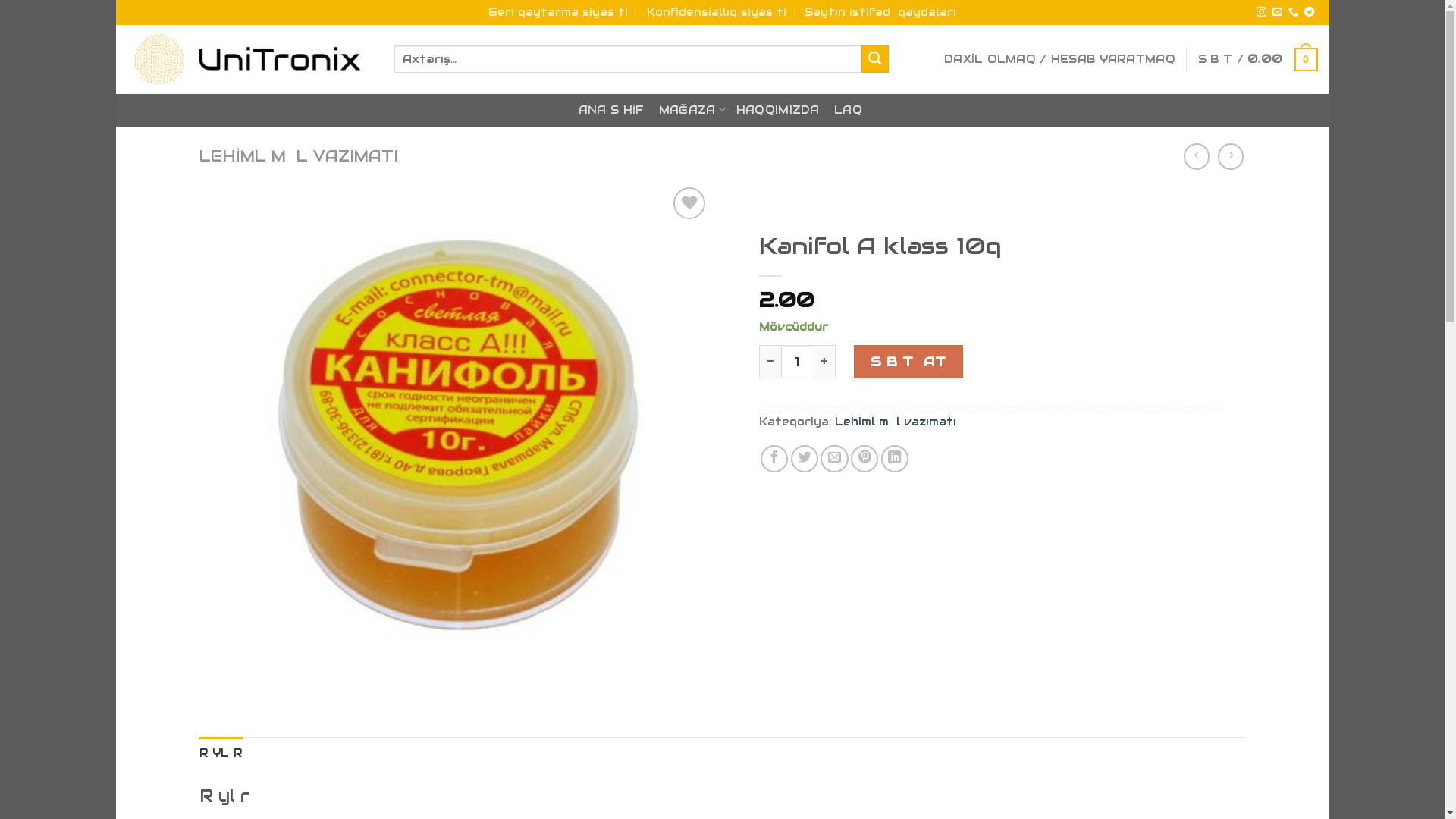 This screenshot has height=819, width=1456. What do you see at coordinates (774, 458) in the screenshot?
I see `'Share on Facebook'` at bounding box center [774, 458].